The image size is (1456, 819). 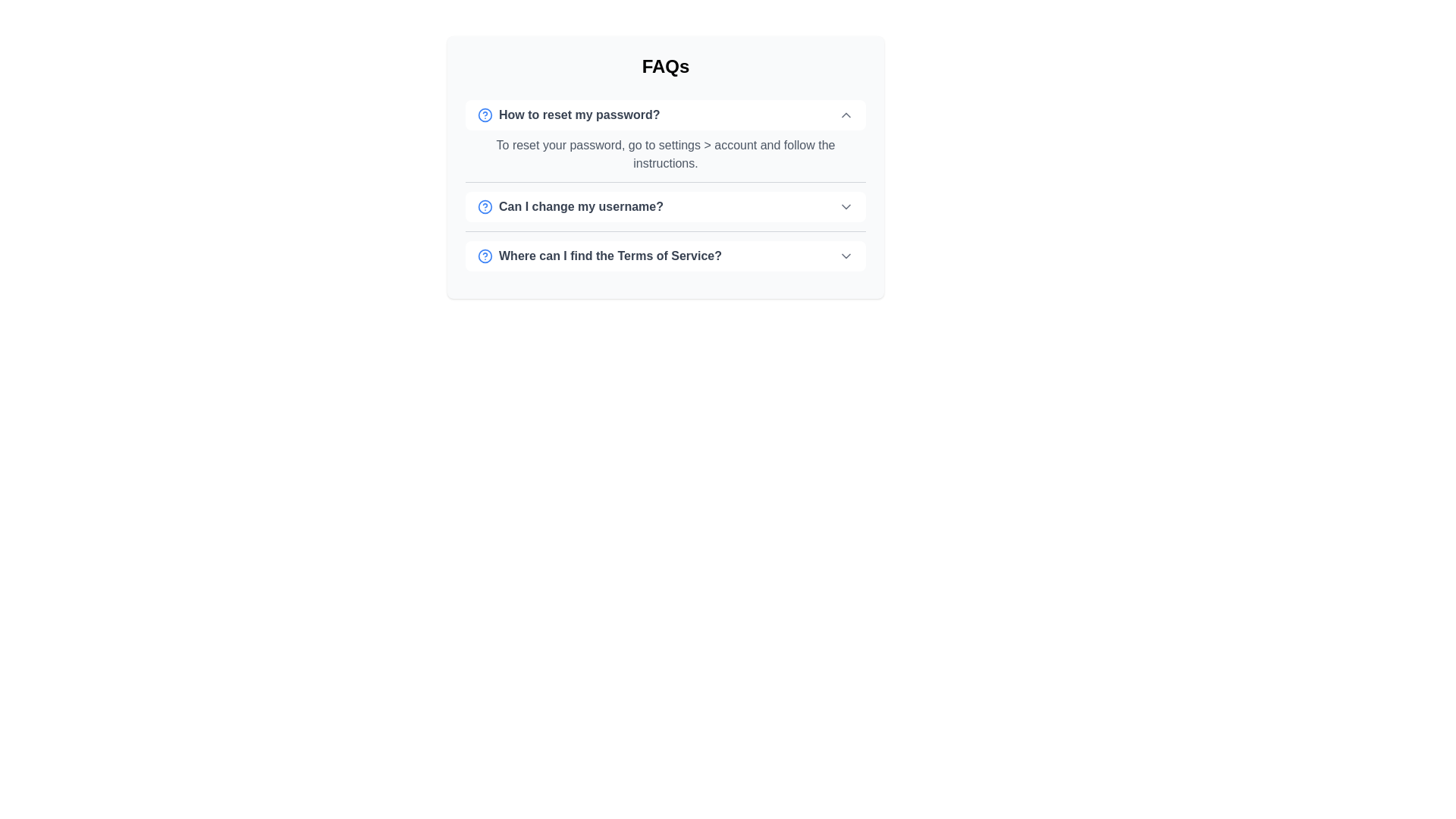 What do you see at coordinates (484, 207) in the screenshot?
I see `the help or informational icon located to the left of the 'Can I change my username?' text in the FAQ section` at bounding box center [484, 207].